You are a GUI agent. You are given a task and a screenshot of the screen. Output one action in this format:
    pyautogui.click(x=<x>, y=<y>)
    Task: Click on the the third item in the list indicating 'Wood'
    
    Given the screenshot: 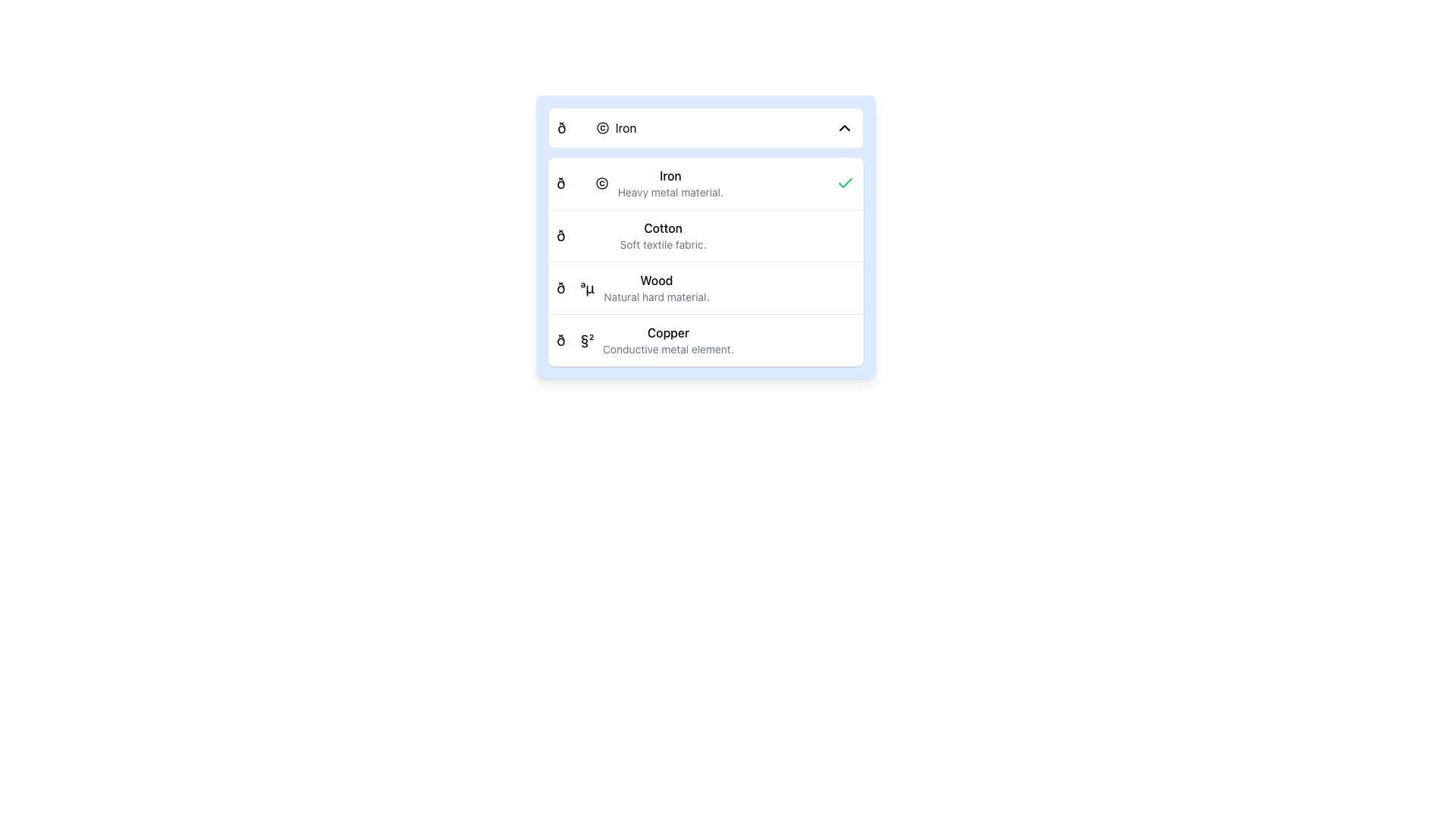 What is the action you would take?
    pyautogui.click(x=704, y=287)
    